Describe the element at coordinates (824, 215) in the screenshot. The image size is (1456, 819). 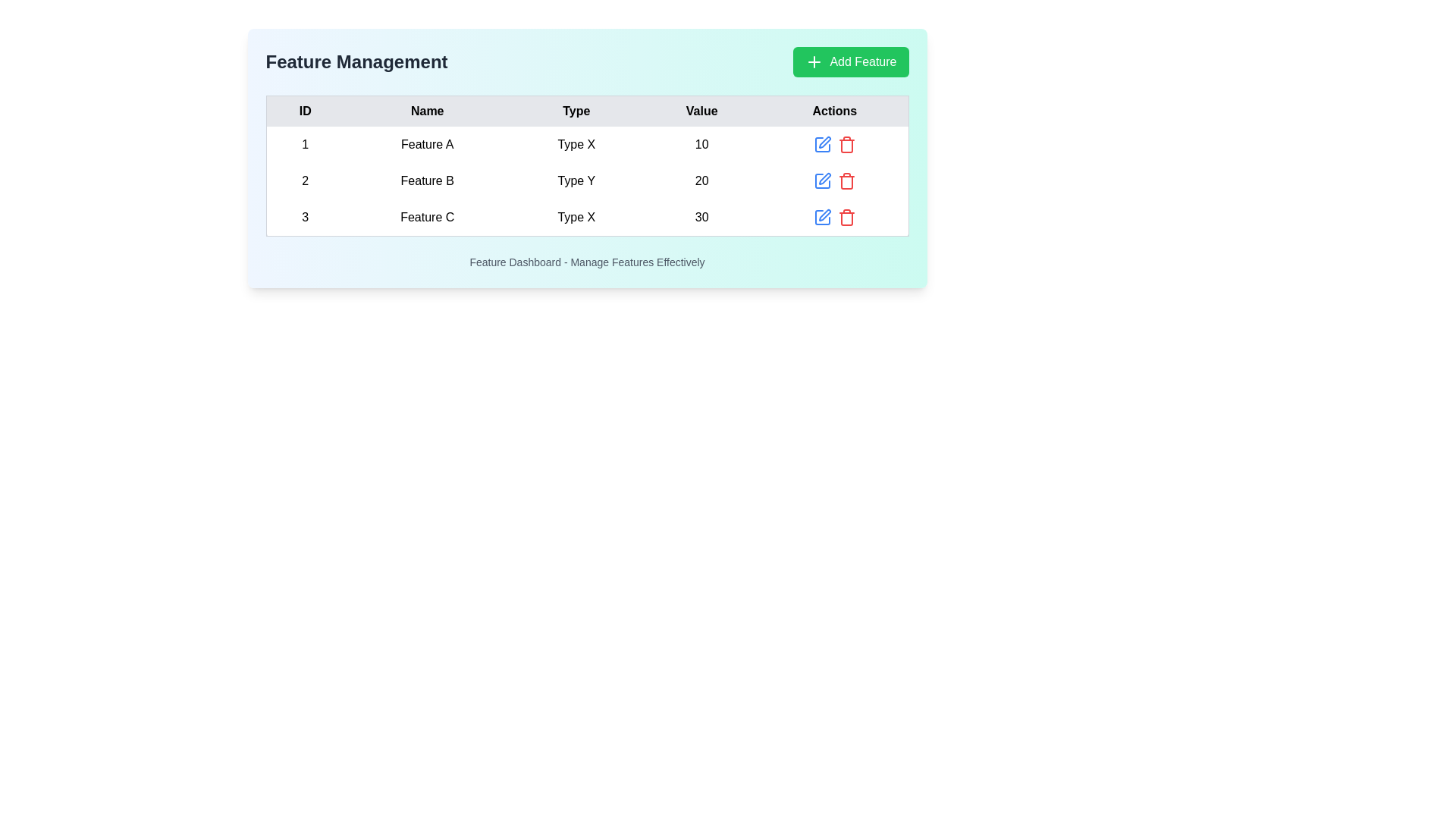
I see `the Icon button for editing the data in the last row of the table associated with Feature C, located in the 'Actions' column as the leftmost icon` at that location.